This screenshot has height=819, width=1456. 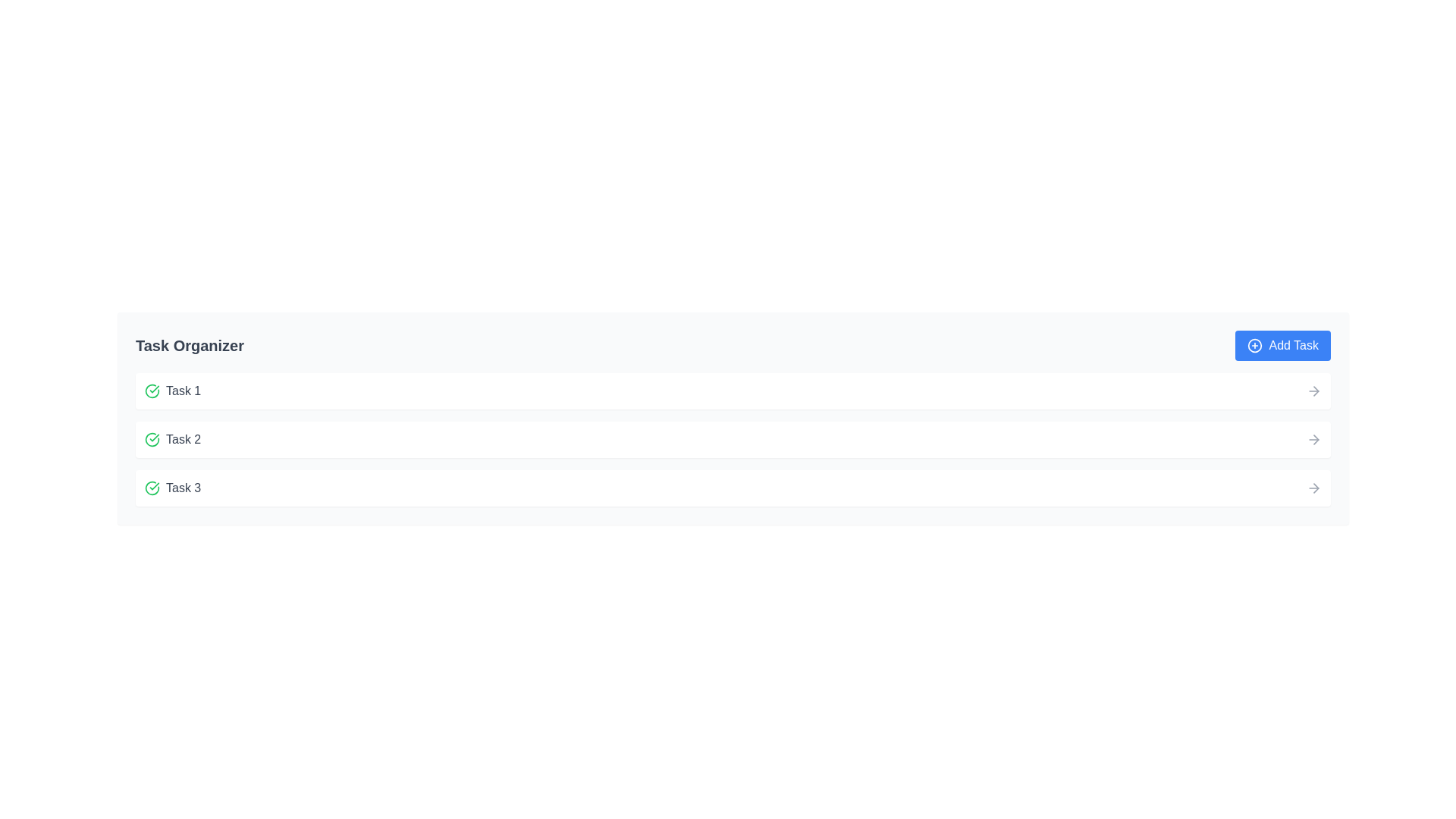 I want to click on the 'Add Task' button which contains a blue circular icon with a plus sign at its center, so click(x=1255, y=345).